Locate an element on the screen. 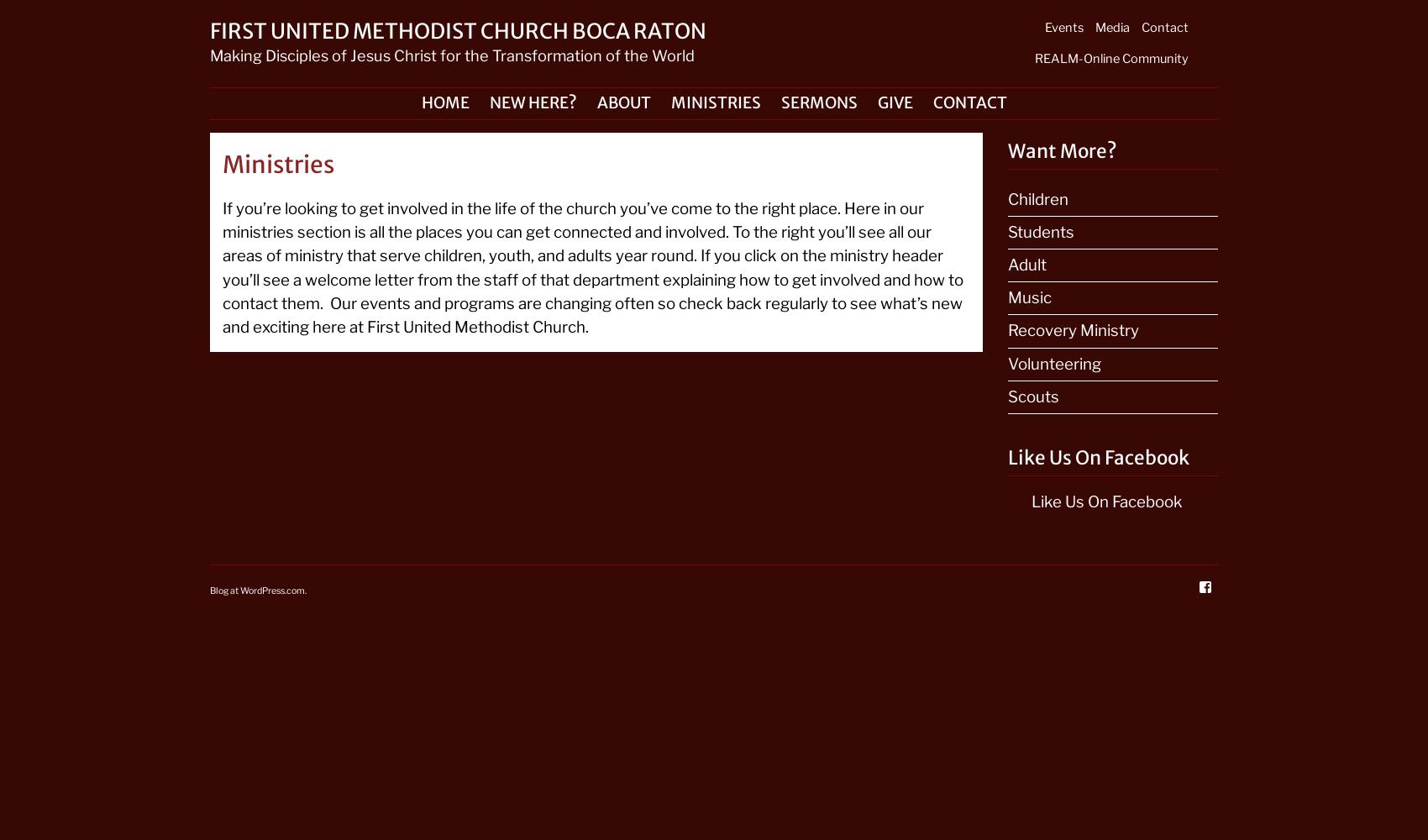 The width and height of the screenshot is (1428, 840). 'Students' is located at coordinates (1040, 232).